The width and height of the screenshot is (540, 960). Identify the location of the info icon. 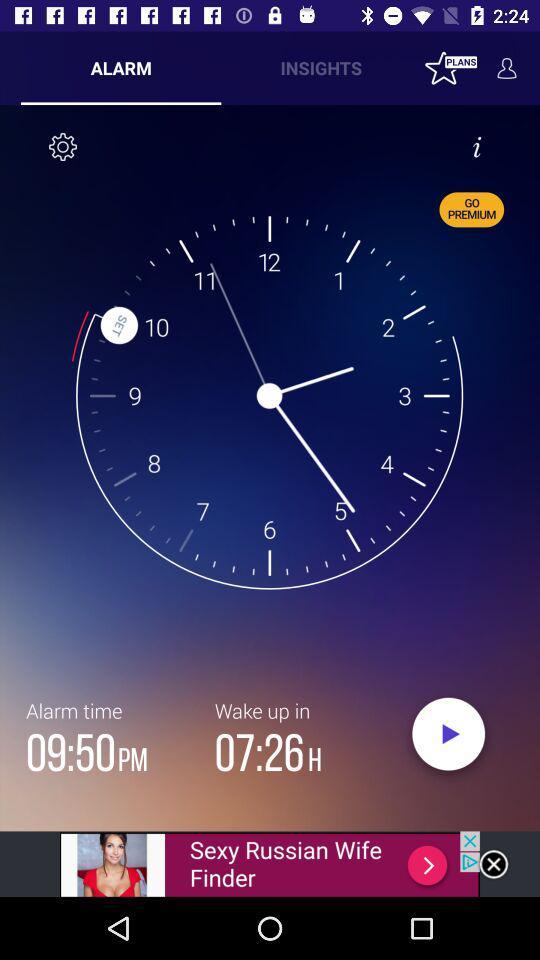
(475, 145).